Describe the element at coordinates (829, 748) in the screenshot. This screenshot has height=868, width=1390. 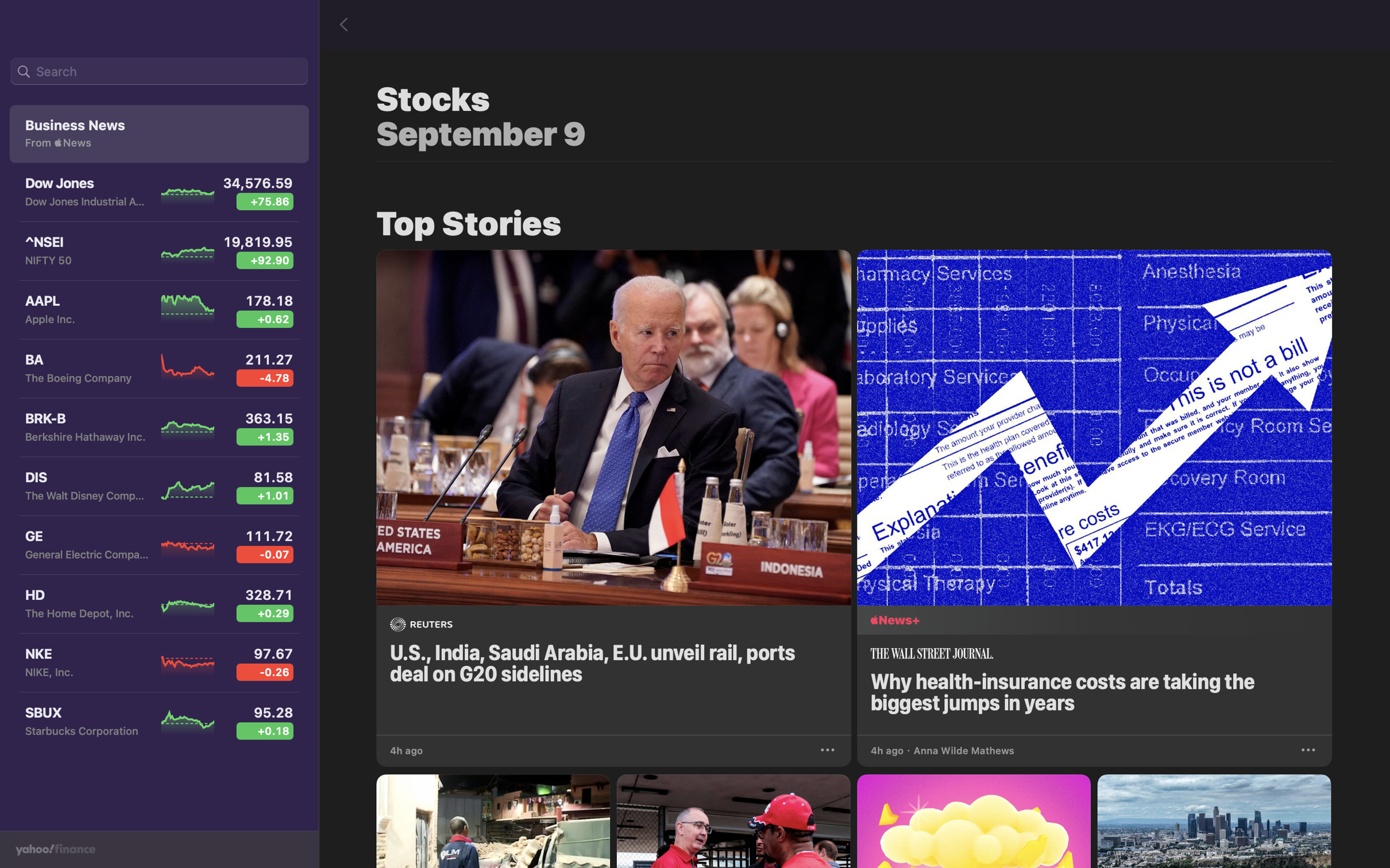
I see `Preserve the G20 news article` at that location.